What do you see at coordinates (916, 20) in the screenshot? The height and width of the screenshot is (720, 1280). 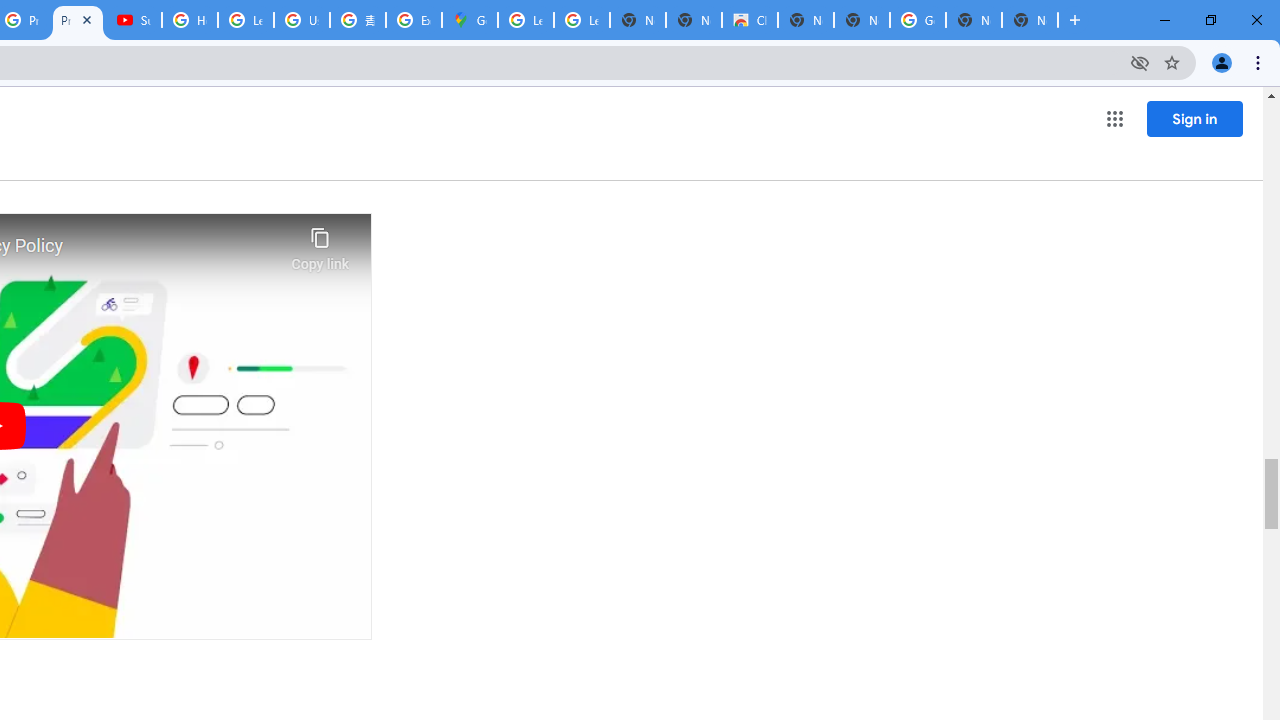 I see `'Google Images'` at bounding box center [916, 20].